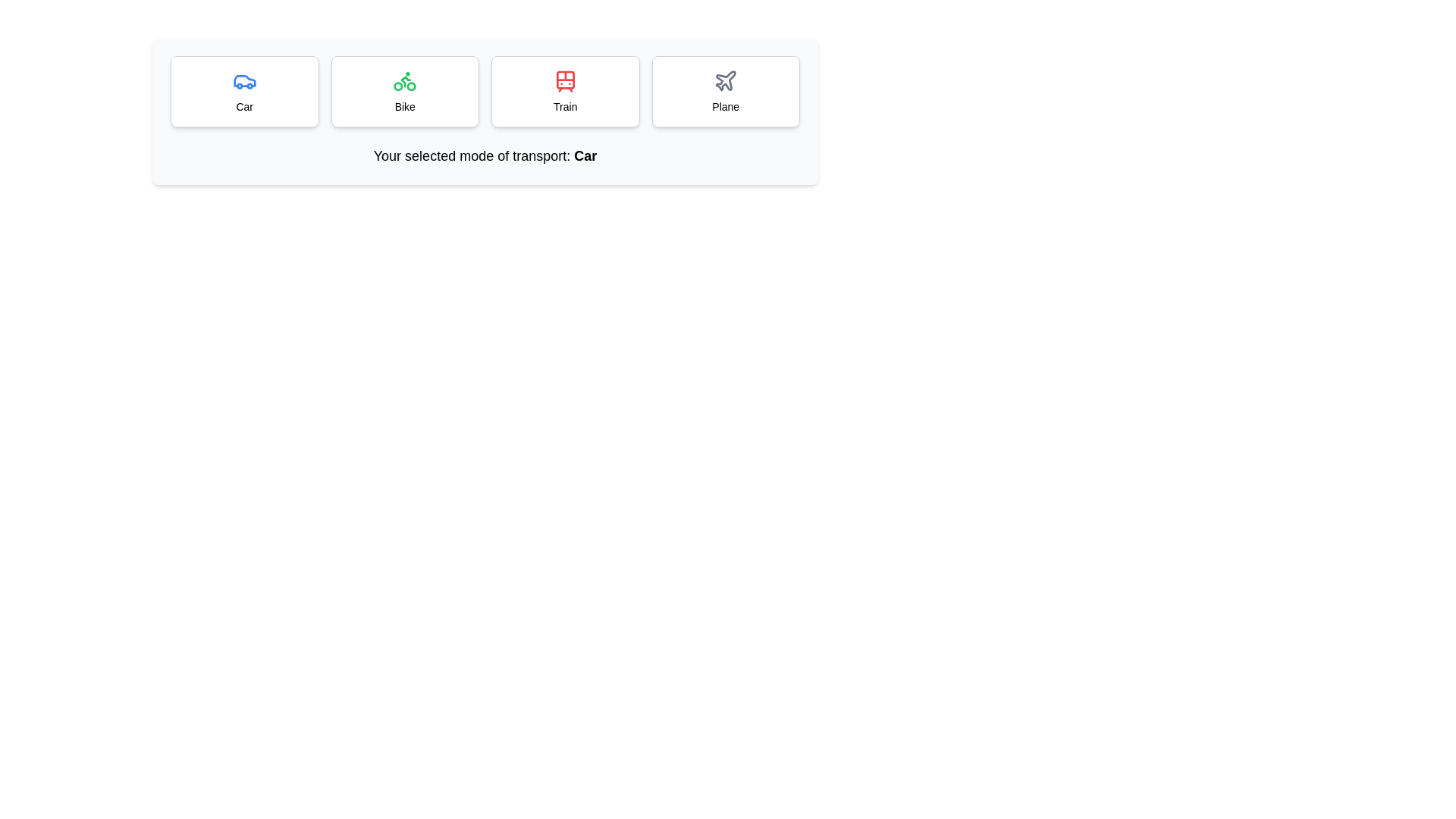 This screenshot has height=819, width=1456. What do you see at coordinates (564, 106) in the screenshot?
I see `the 'Train' text label located below the train icon in the third button of the transport mode options grid` at bounding box center [564, 106].